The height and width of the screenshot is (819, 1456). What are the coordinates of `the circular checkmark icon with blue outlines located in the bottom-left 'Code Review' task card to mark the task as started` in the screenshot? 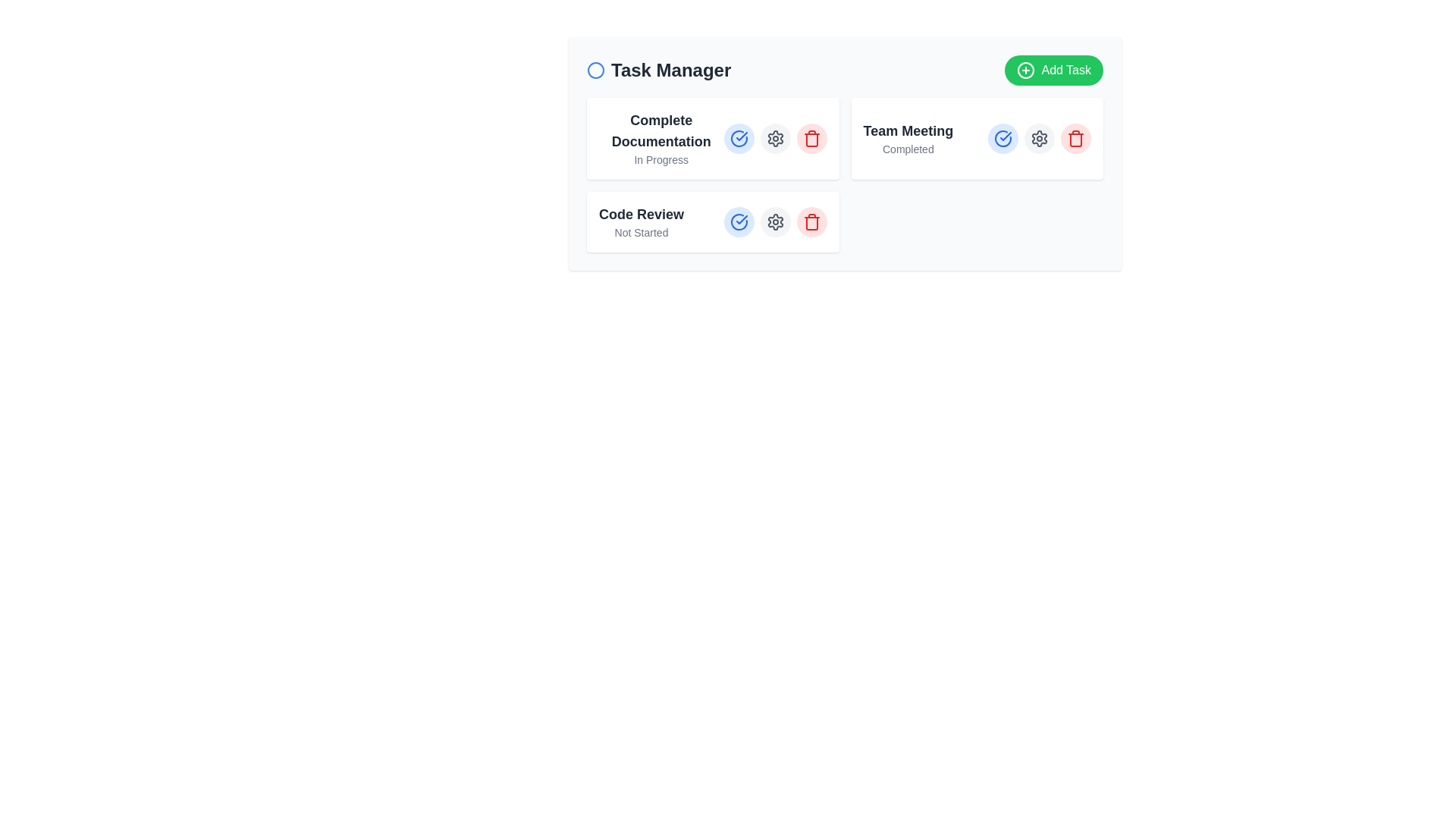 It's located at (739, 138).